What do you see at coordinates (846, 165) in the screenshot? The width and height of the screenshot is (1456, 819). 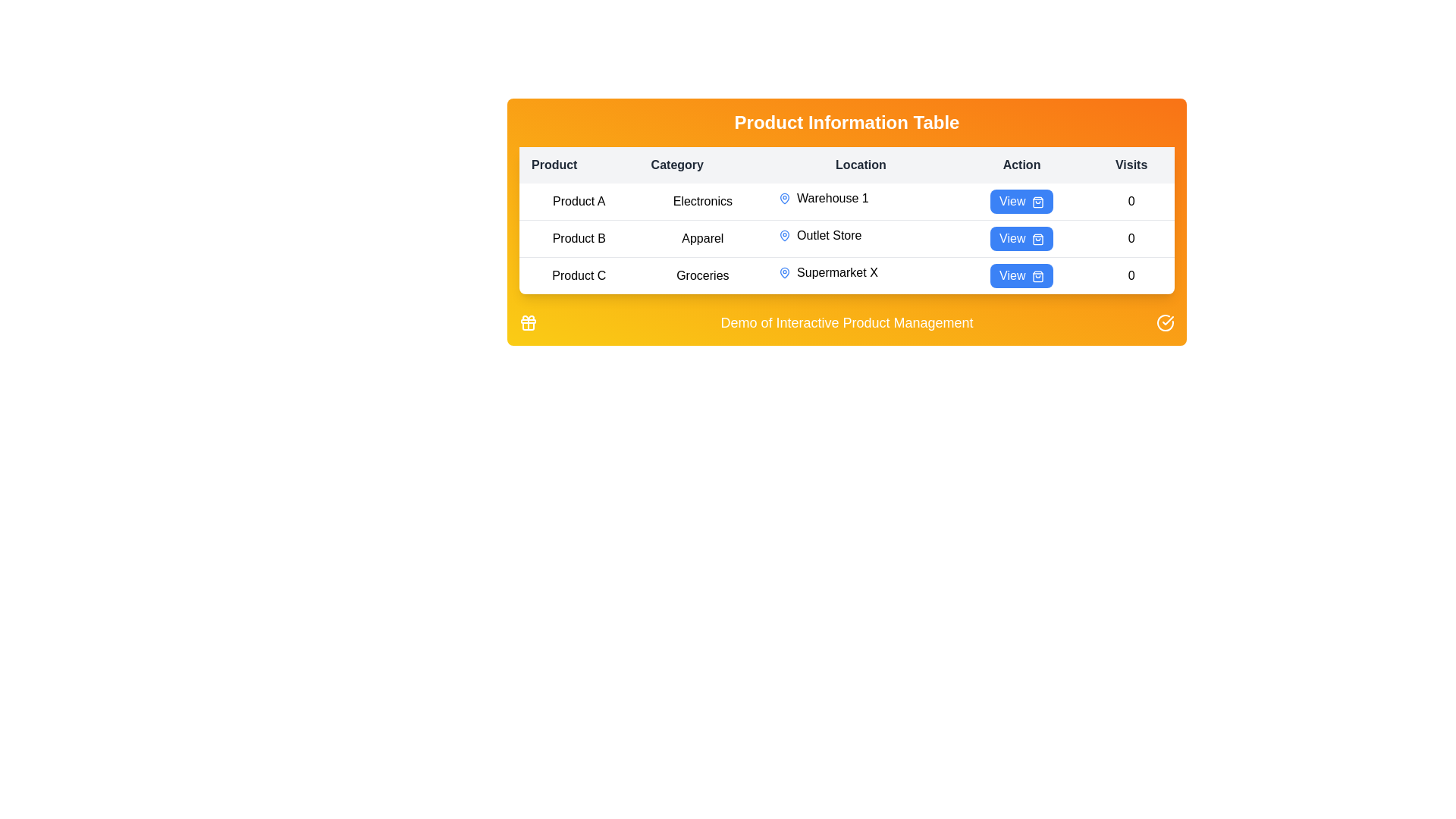 I see `the Table Header Row of the Product Information Table, which contains the column headers for 'Product', 'Category', 'Location', 'Action', and 'Visits'` at bounding box center [846, 165].